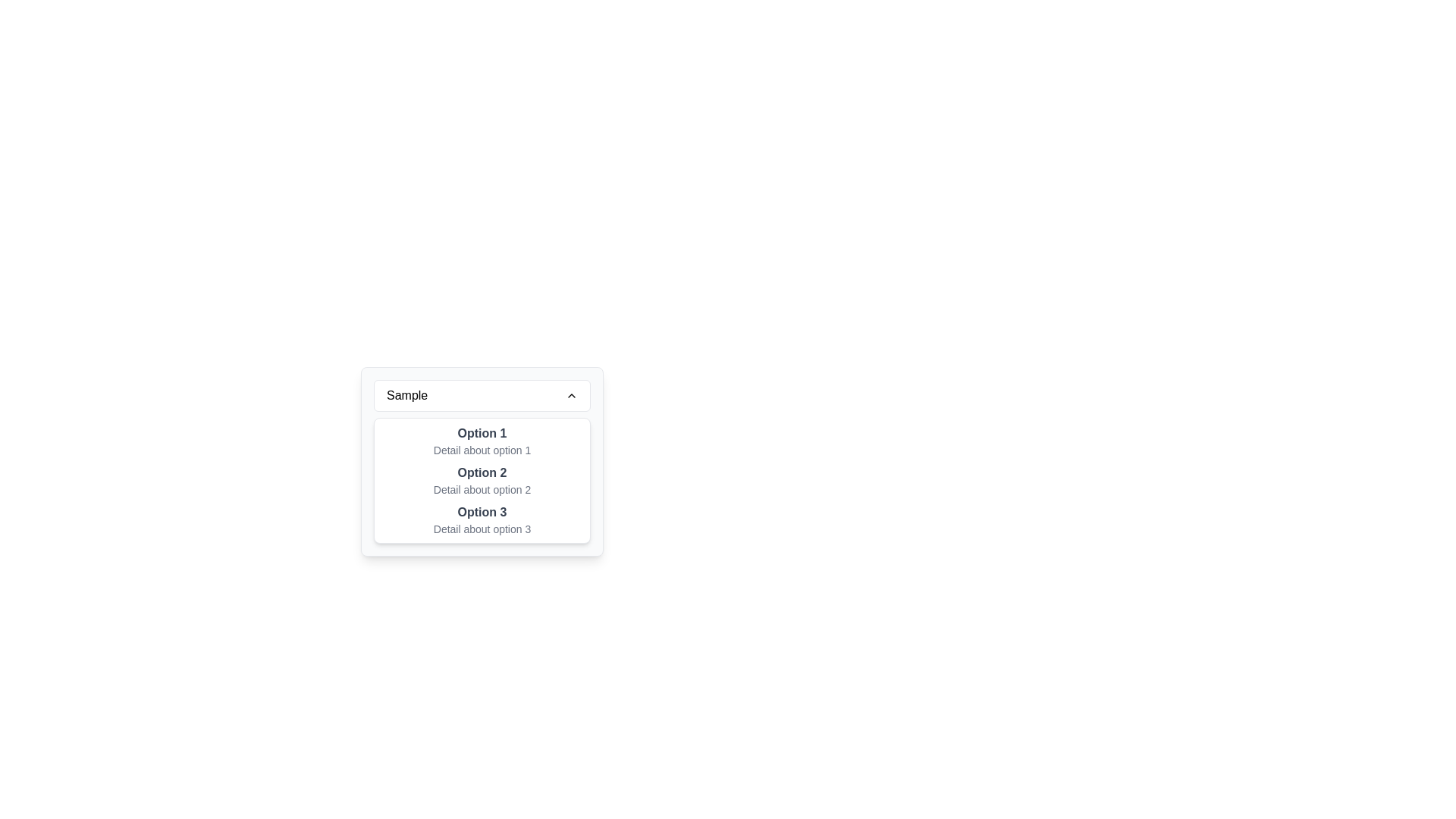 This screenshot has width=1456, height=819. I want to click on the selectable list item labeled 'Option 2', so click(481, 480).